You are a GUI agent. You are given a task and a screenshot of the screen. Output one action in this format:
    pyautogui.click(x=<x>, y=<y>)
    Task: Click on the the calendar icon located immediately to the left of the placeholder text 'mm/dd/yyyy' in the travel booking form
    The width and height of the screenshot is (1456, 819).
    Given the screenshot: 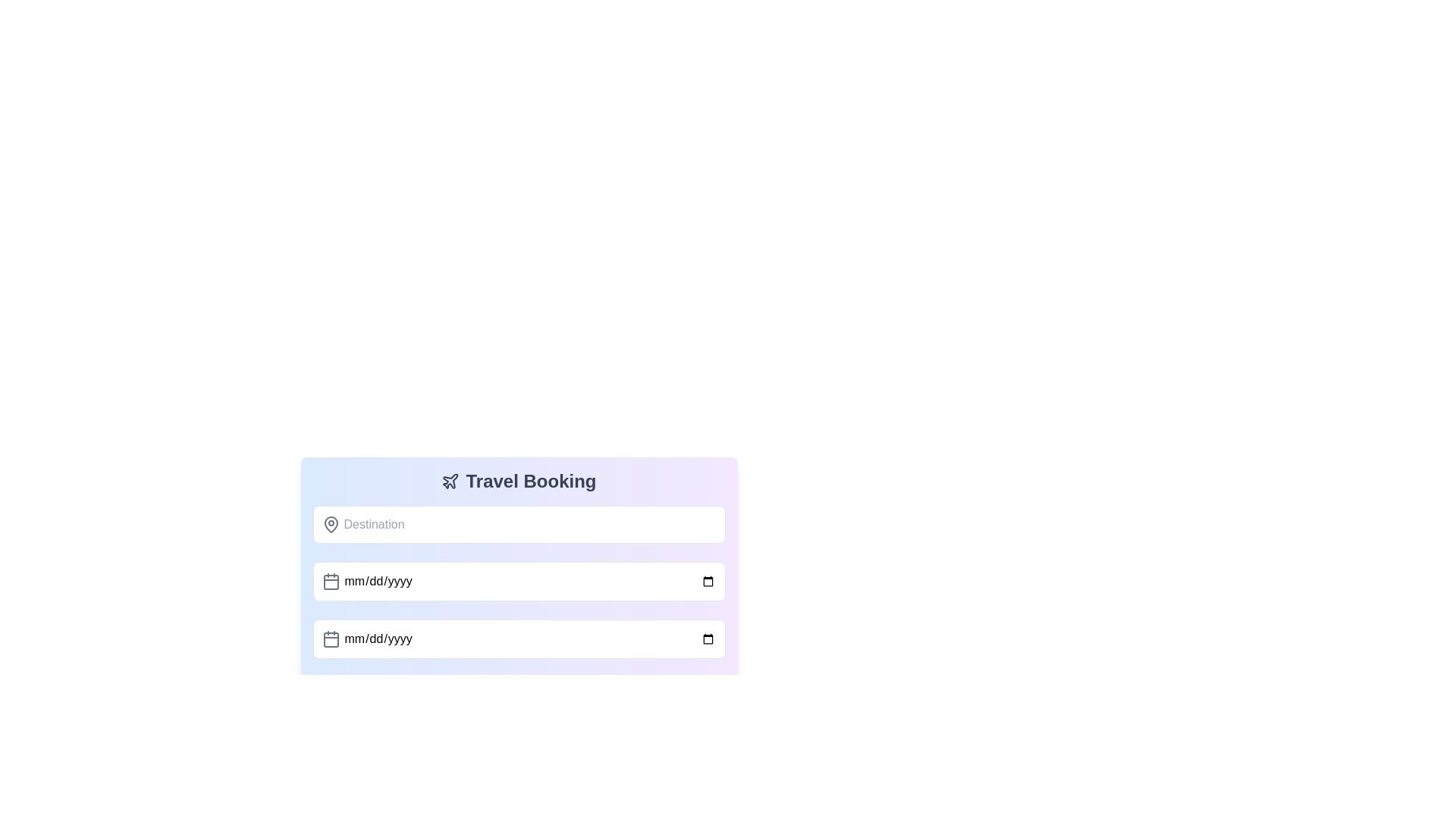 What is the action you would take?
    pyautogui.click(x=330, y=639)
    